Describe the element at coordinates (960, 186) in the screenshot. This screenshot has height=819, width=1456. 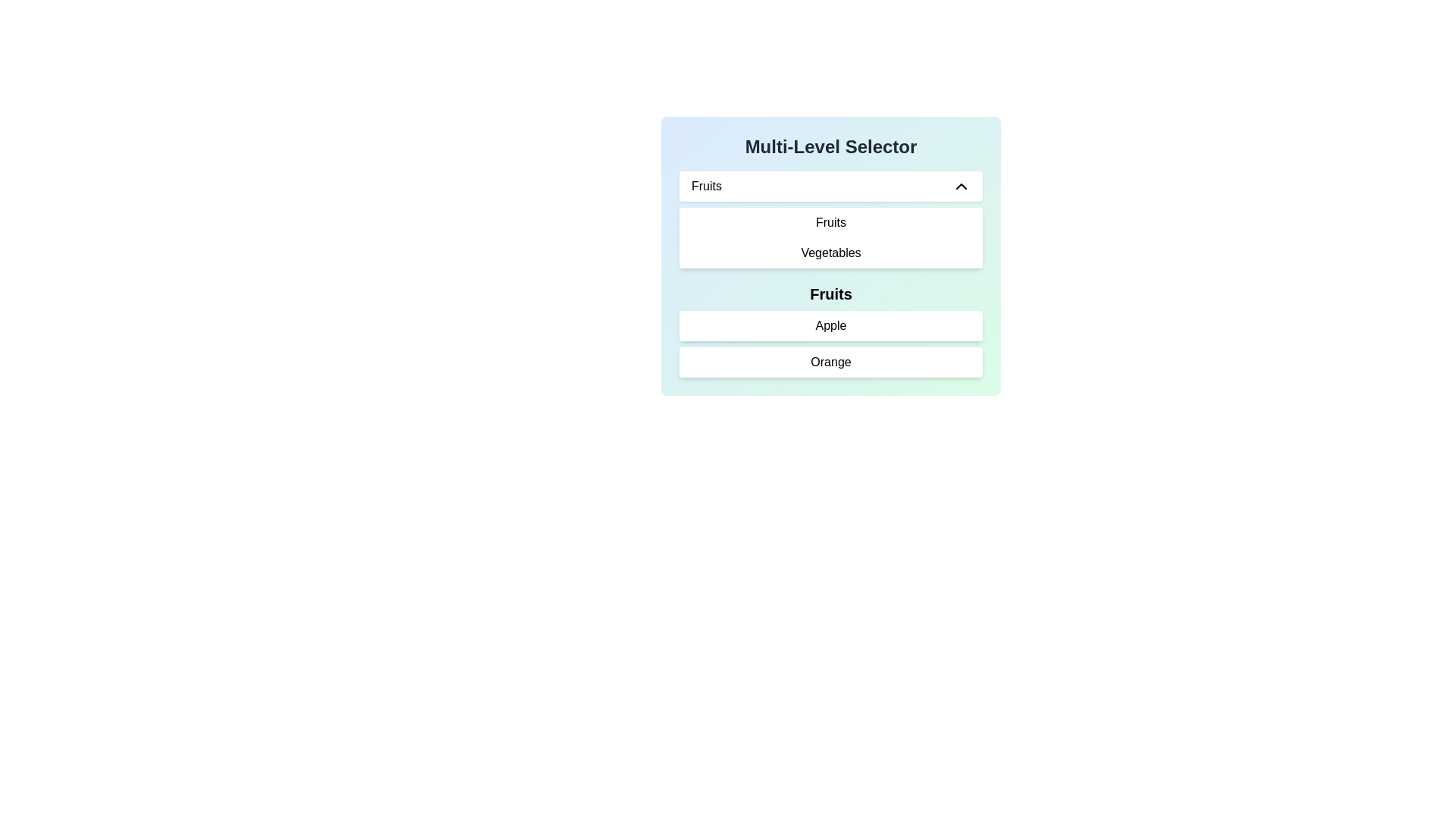
I see `the upward-facing arrow icon with a black outline, which is part of the 'chevron-up' class, located to the right of the 'Fruits' label` at that location.